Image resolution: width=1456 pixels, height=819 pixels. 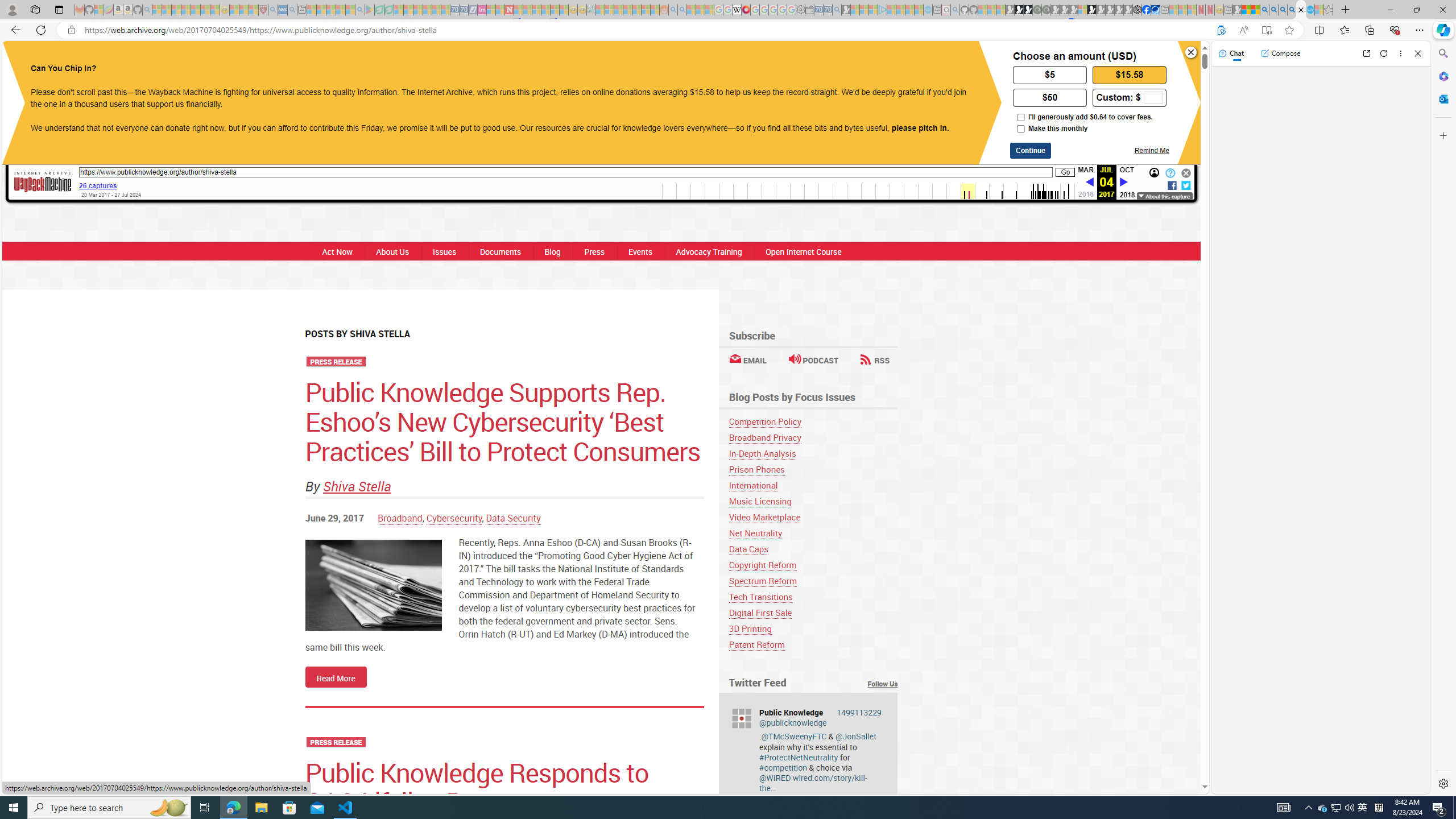 I want to click on 'Services - Maintenance | Sky Blue Bikes - Sky Blue Bikes', so click(x=1309, y=9).